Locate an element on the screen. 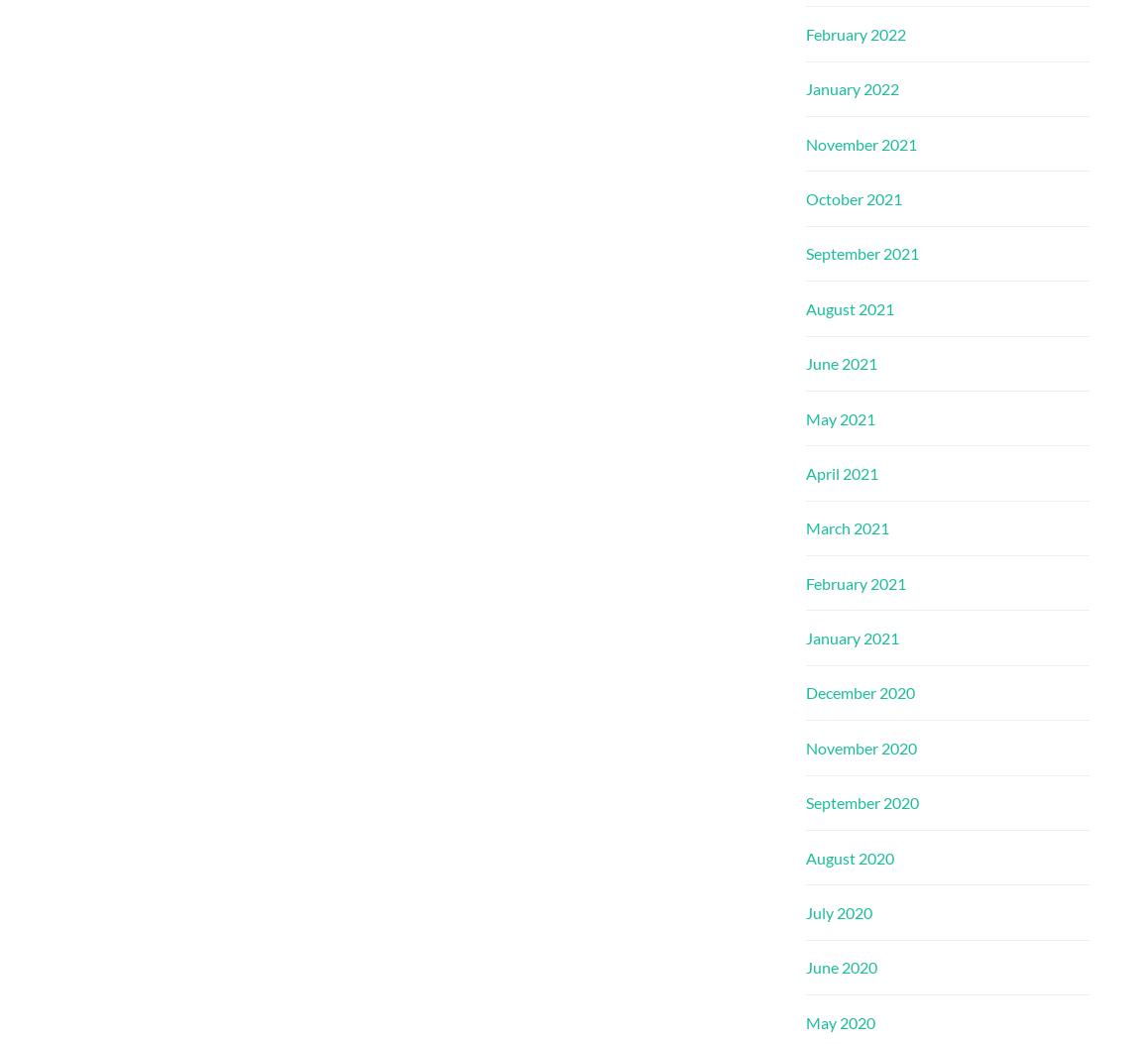  'November 2020' is located at coordinates (860, 746).